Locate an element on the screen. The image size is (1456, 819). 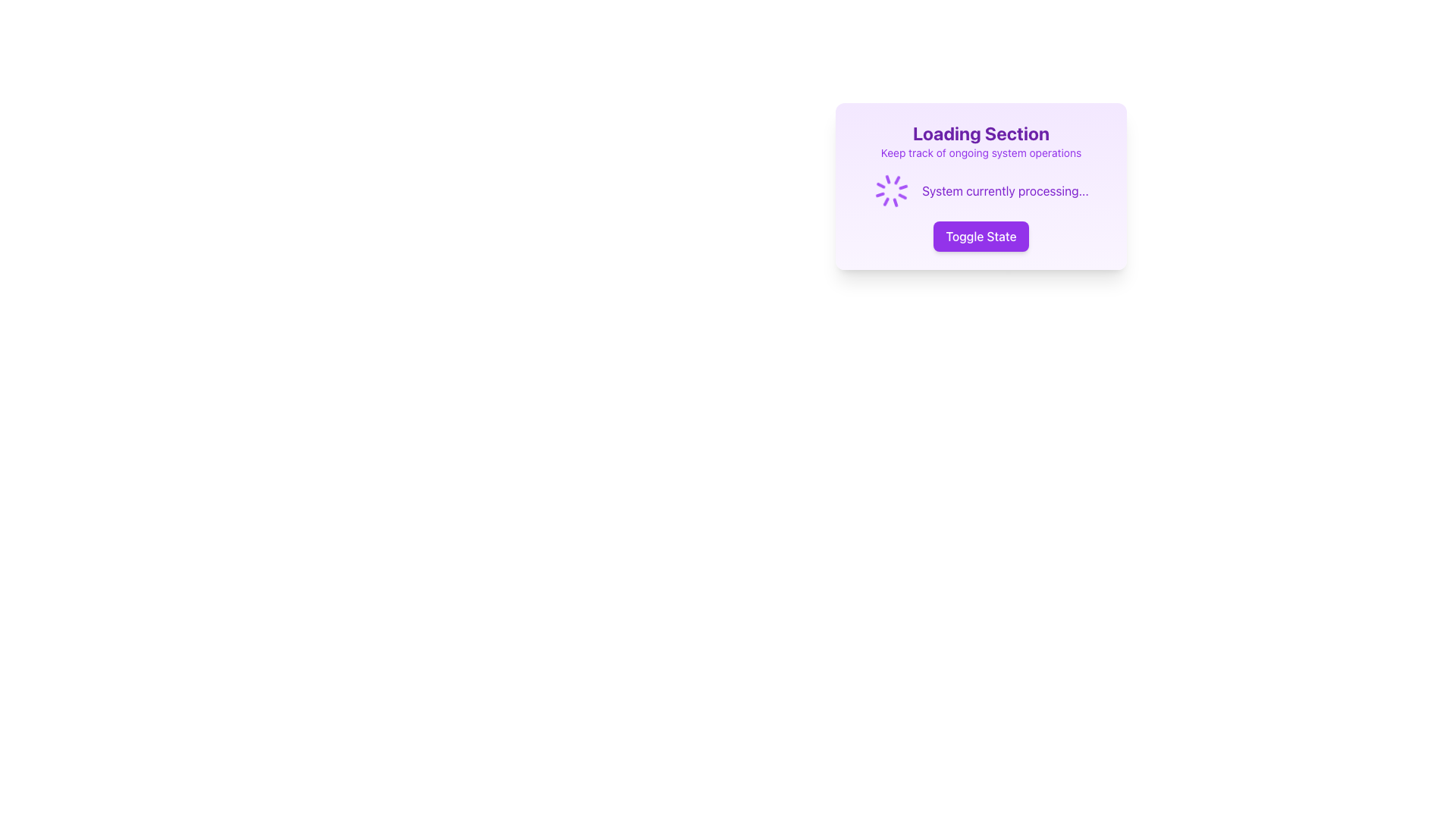
text displayed in the 'Loading Section' Text Display, which includes a bold 'Loading Section' and a lighter 'Keep track of ongoing system operations.' is located at coordinates (981, 140).